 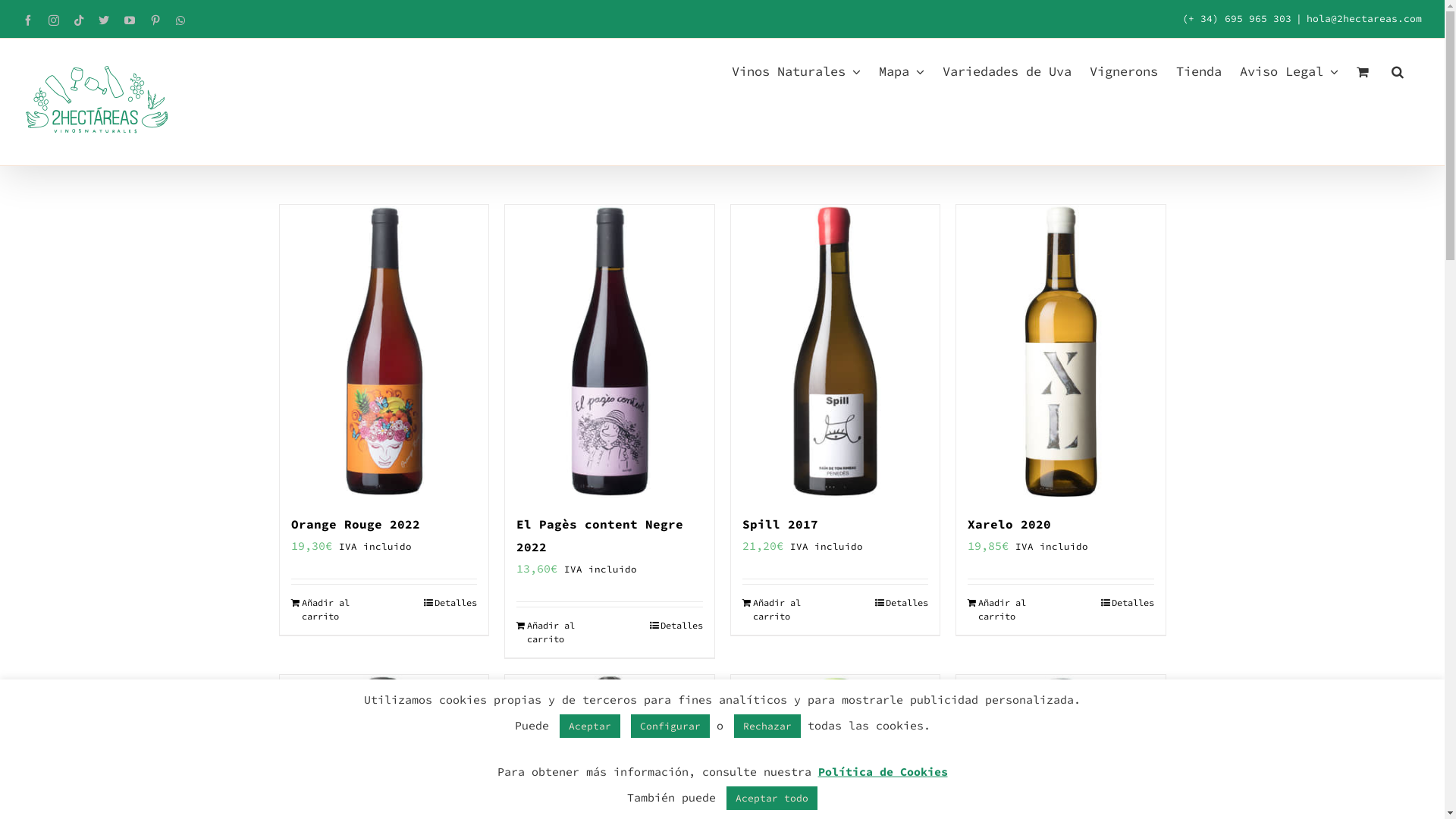 I want to click on 'Facebook', so click(x=28, y=20).